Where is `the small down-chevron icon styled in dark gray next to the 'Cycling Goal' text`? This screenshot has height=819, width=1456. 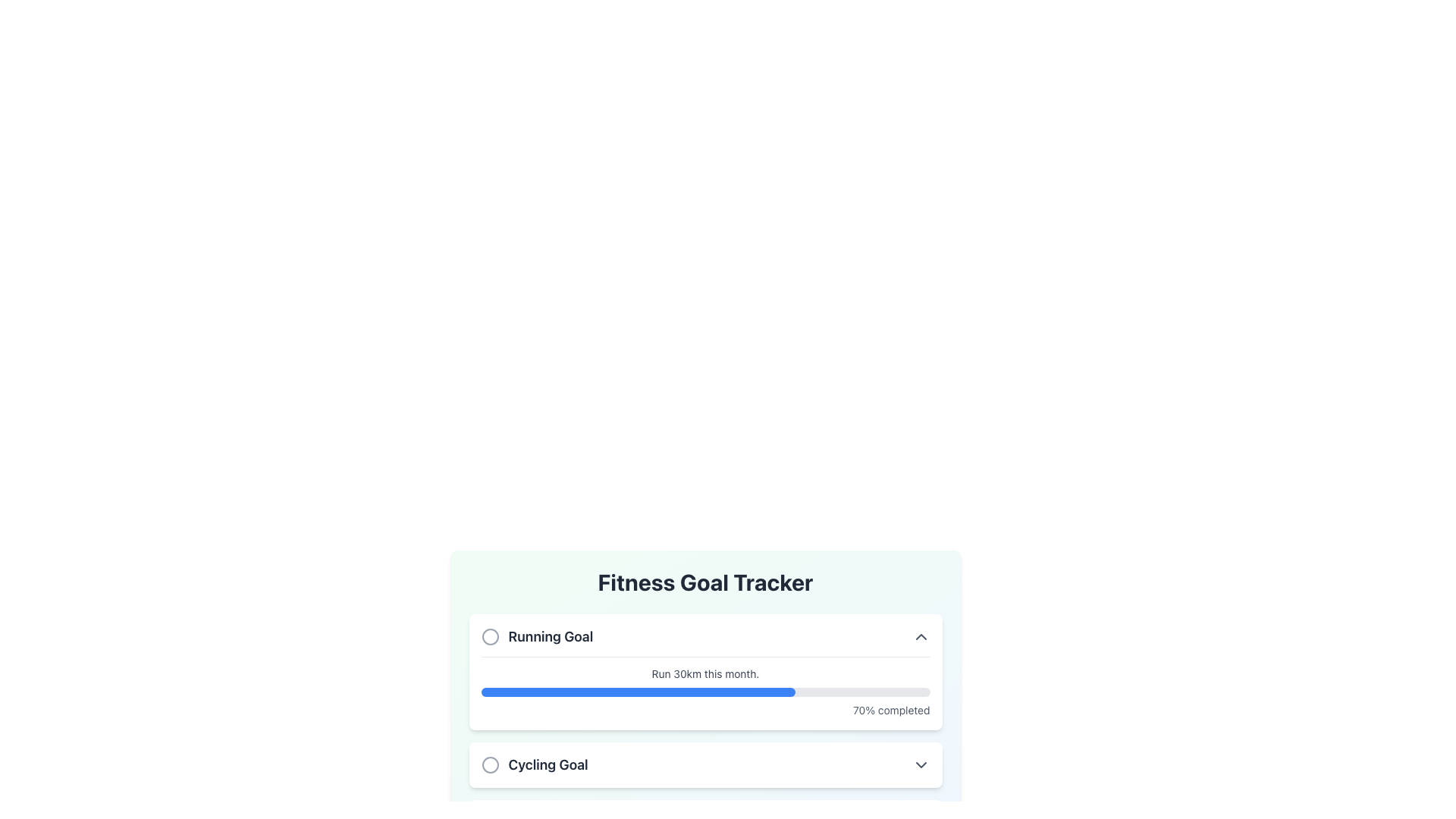 the small down-chevron icon styled in dark gray next to the 'Cycling Goal' text is located at coordinates (920, 765).